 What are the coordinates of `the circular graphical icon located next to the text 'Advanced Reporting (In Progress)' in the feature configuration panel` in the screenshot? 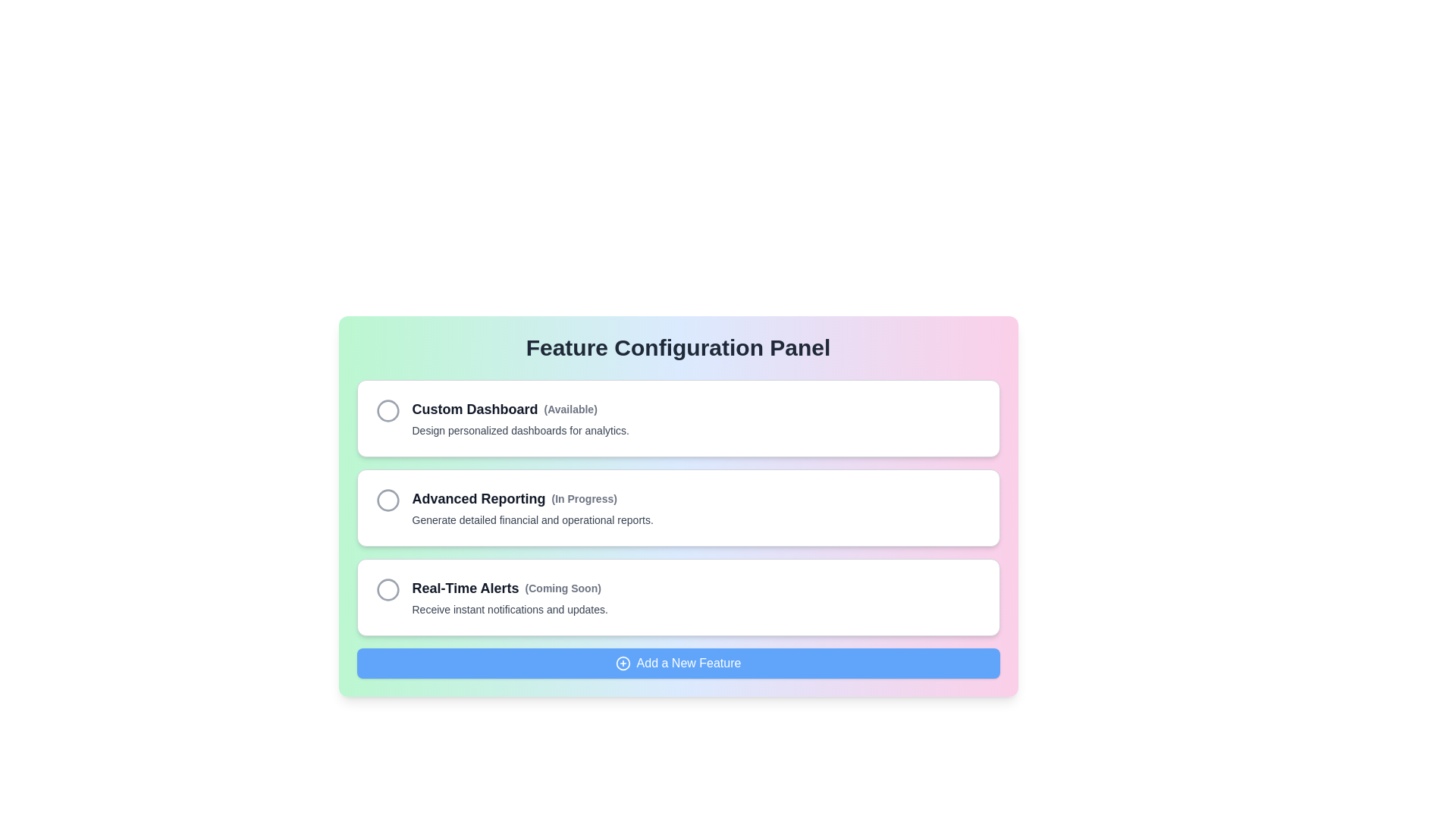 It's located at (388, 500).